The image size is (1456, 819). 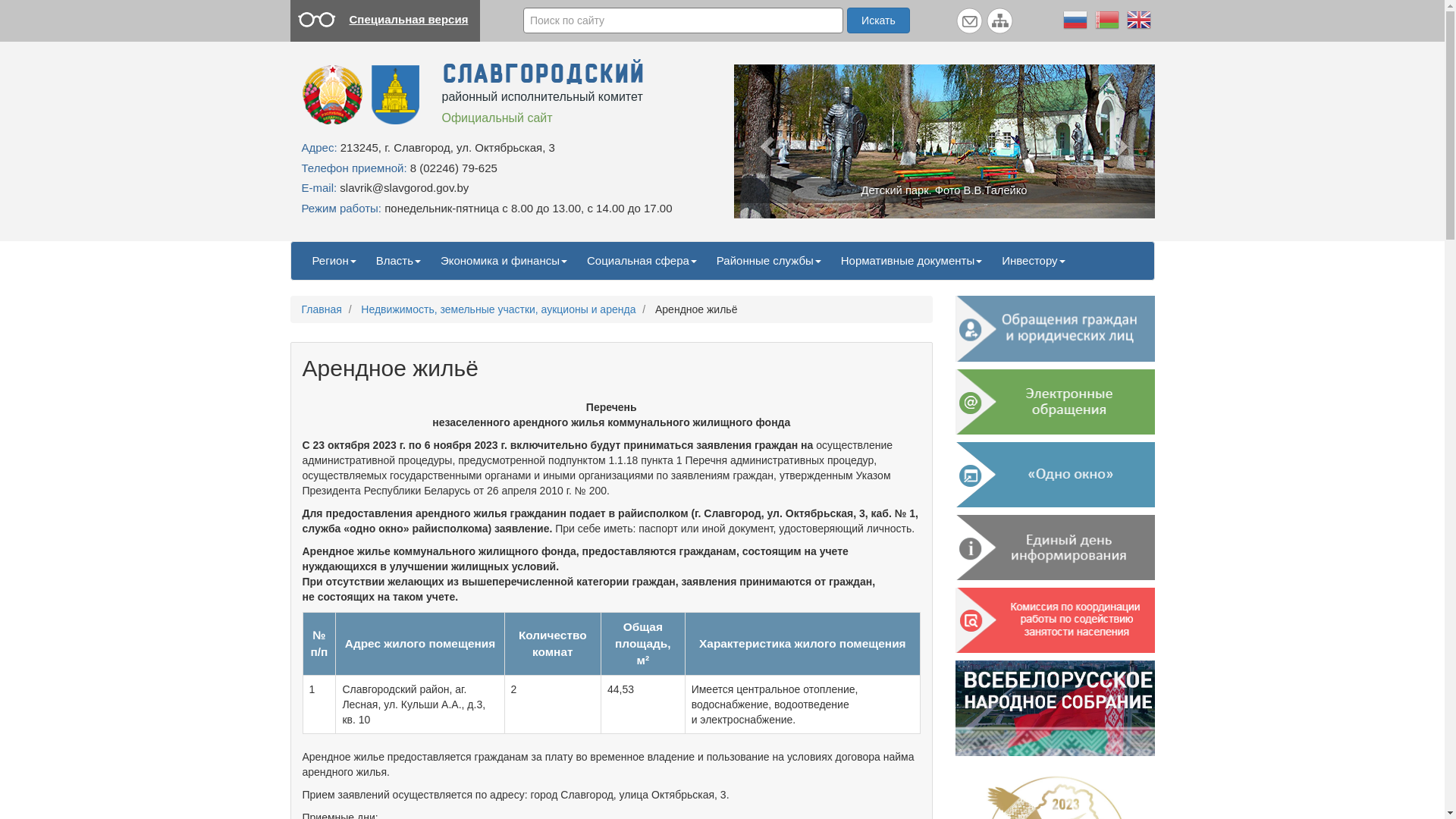 I want to click on 'Russian', so click(x=1058, y=18).